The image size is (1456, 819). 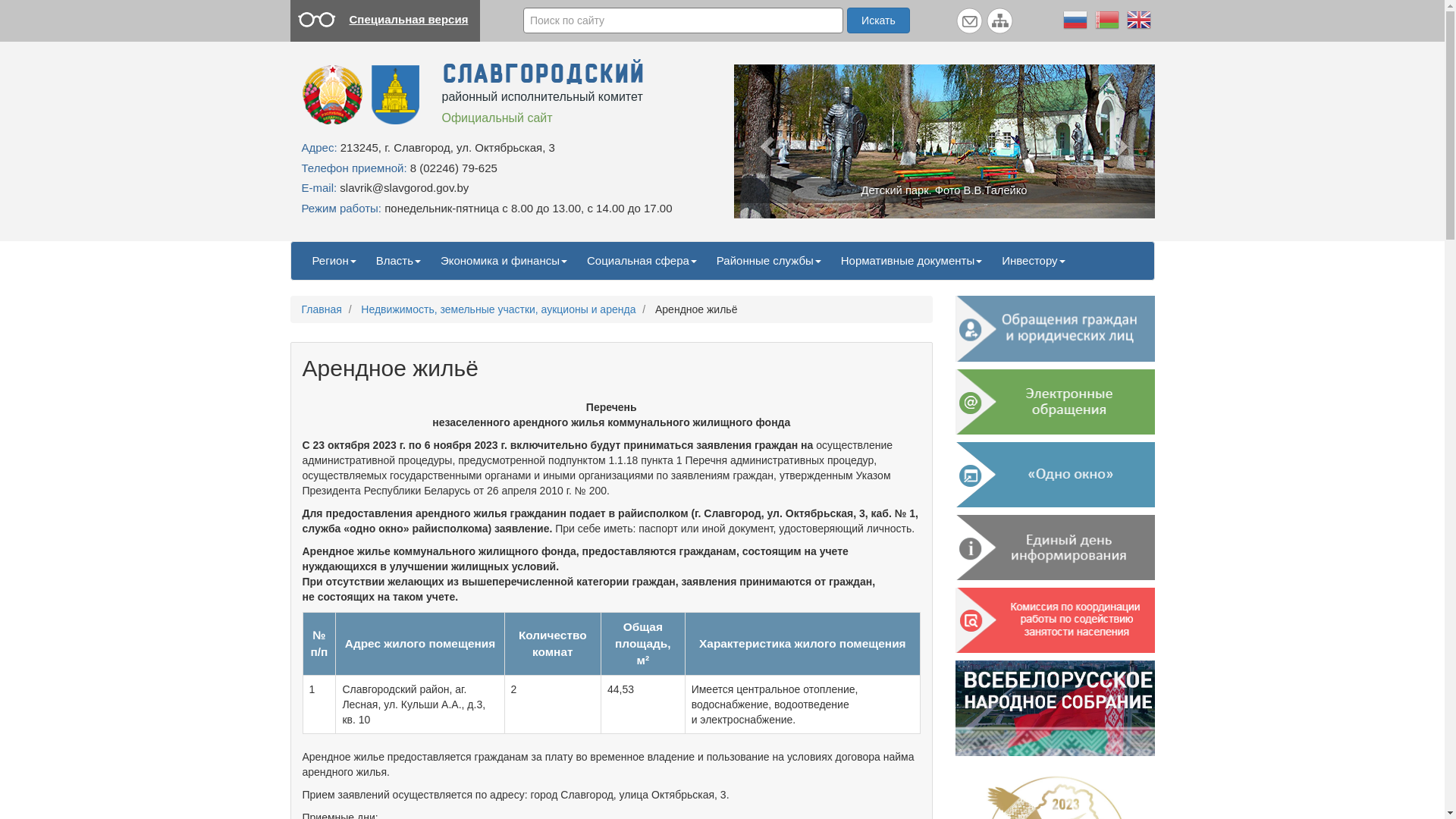 I want to click on 'Russian', so click(x=1058, y=18).